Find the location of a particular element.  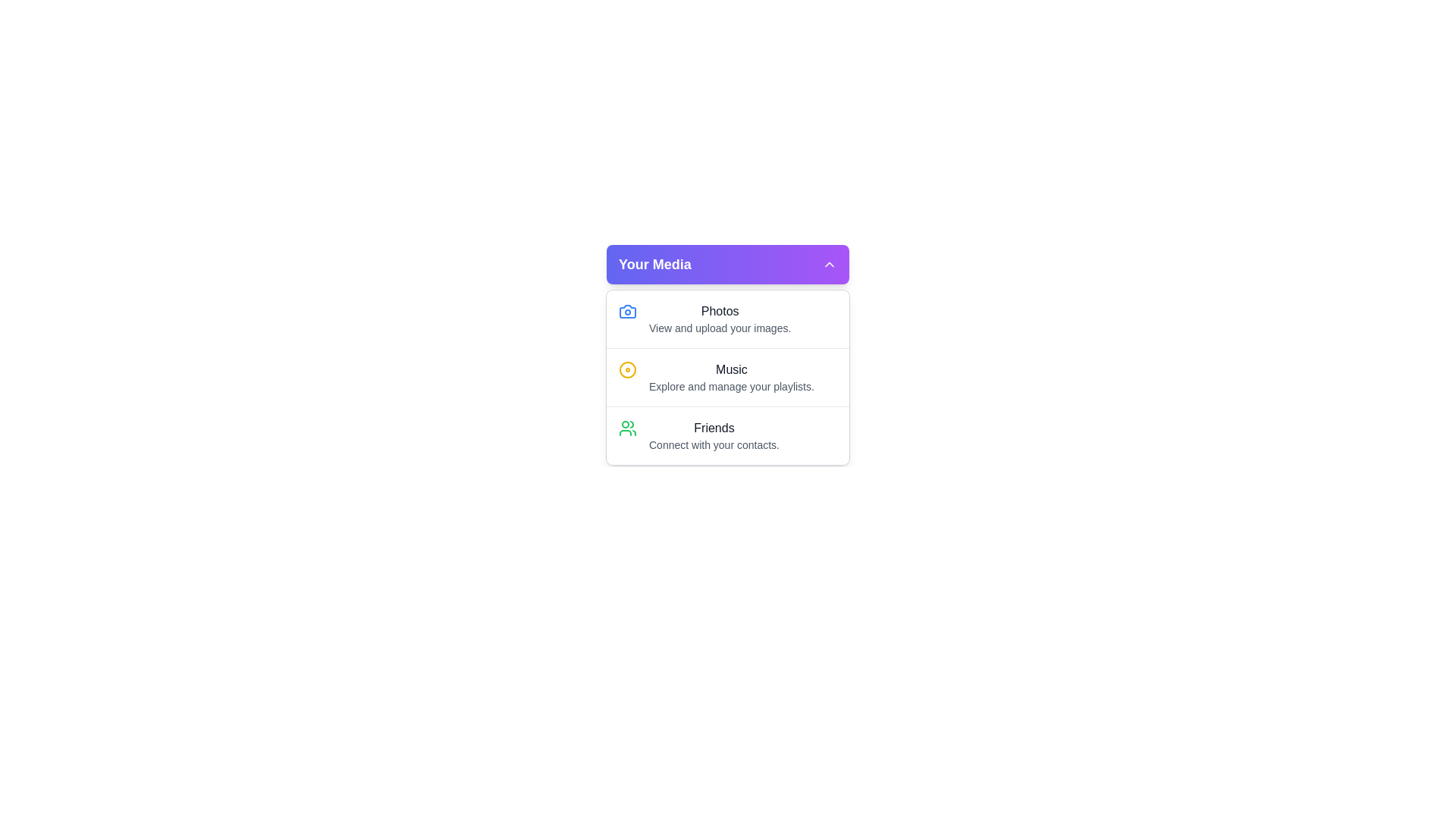

the camera icon, which is styled with a rounded rectangular body and lens details, located to the left of the 'Photos' text label in the 'Your Media' dropdown menu is located at coordinates (628, 311).